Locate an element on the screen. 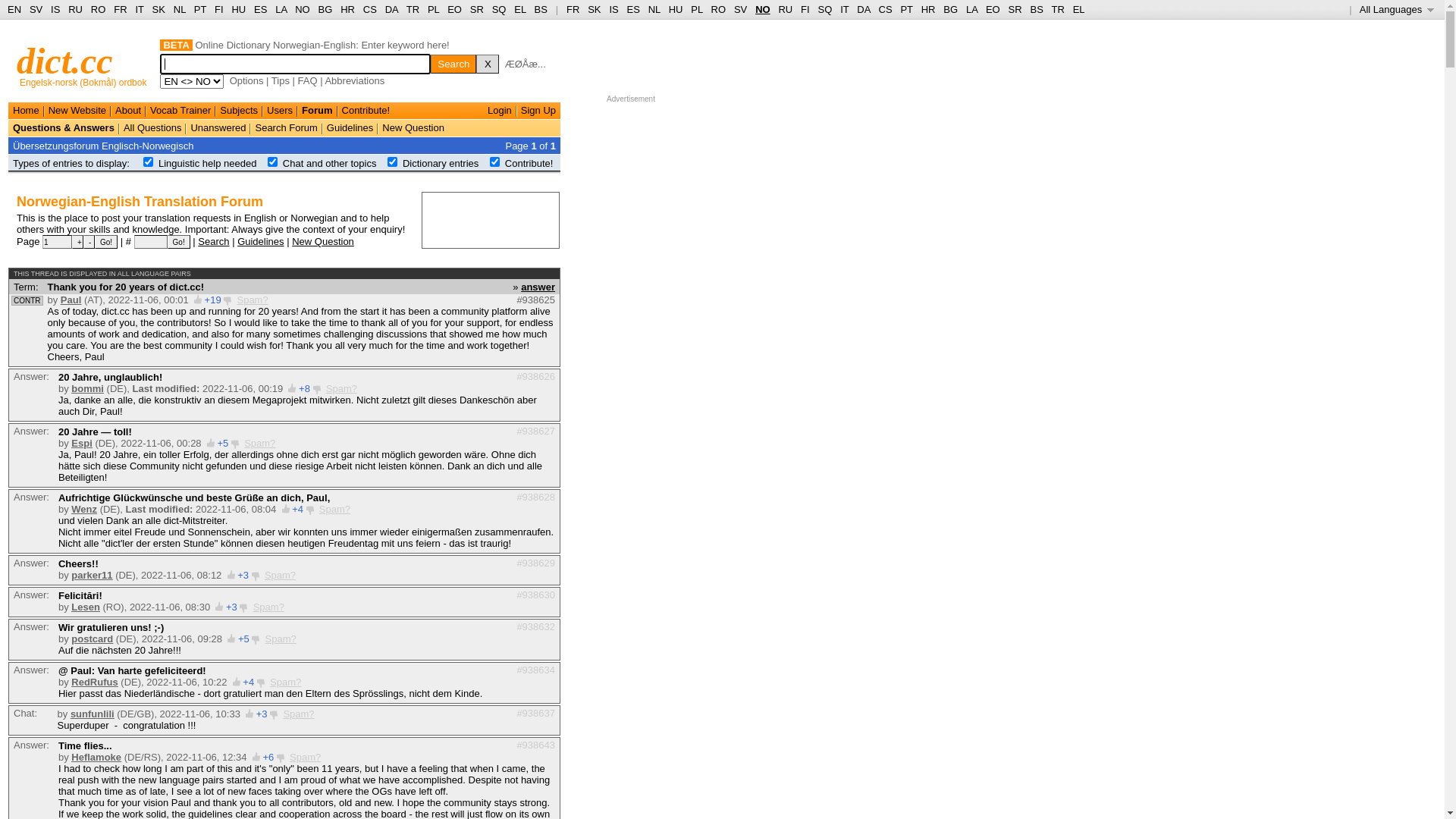 The height and width of the screenshot is (819, 1456). '#938637' is located at coordinates (535, 712).